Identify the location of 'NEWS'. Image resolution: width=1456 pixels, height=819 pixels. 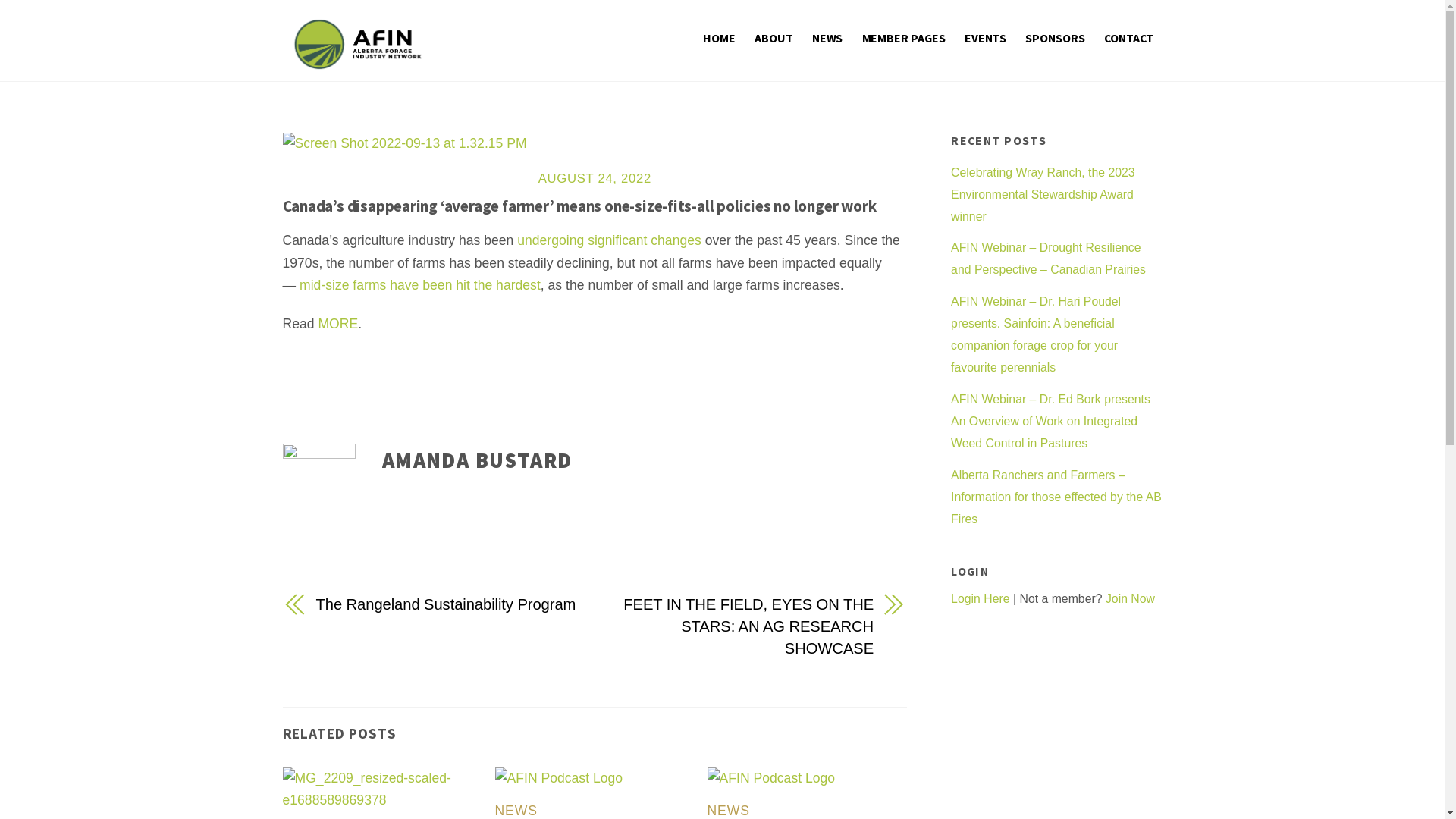
(728, 809).